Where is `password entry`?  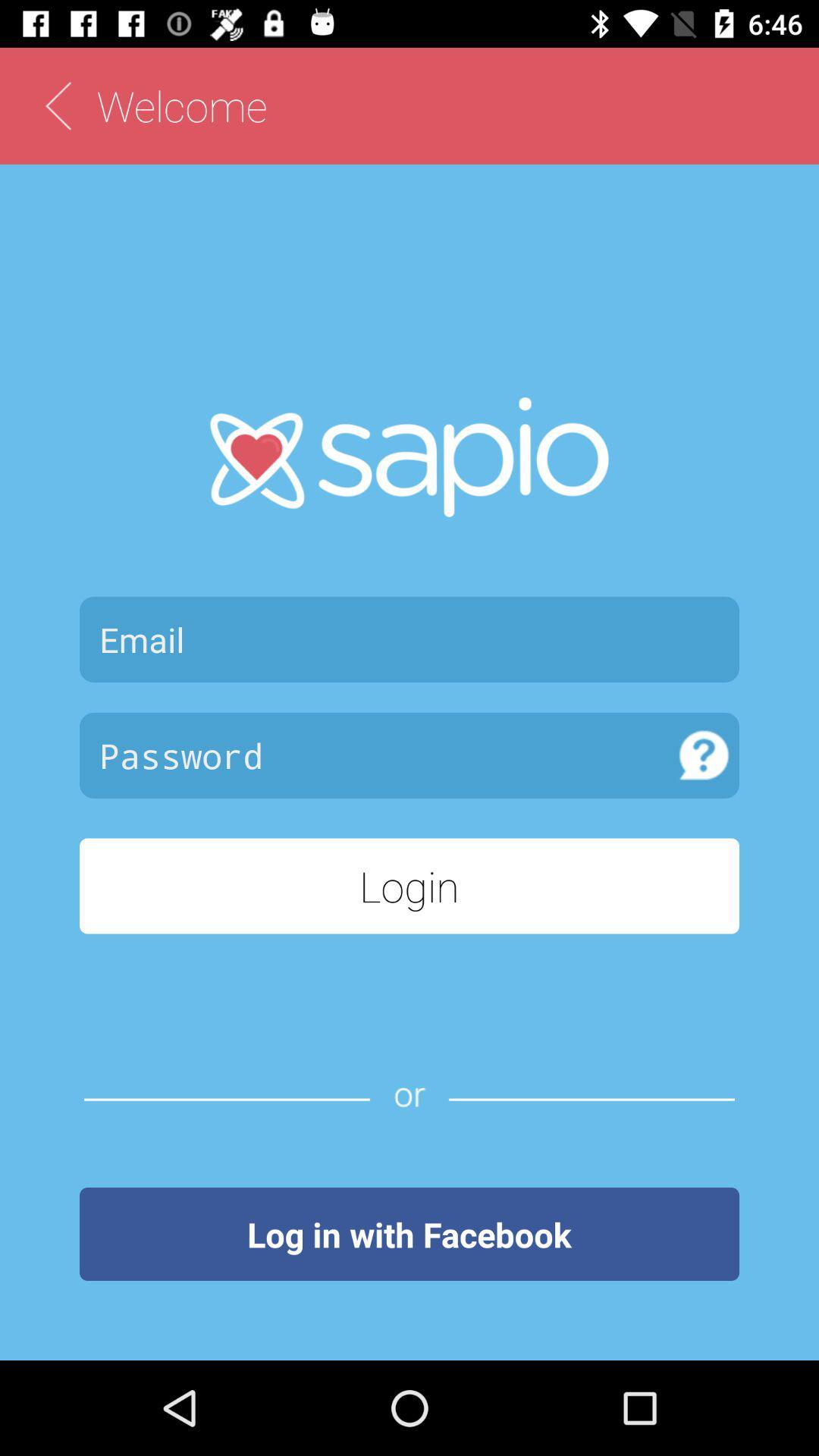 password entry is located at coordinates (374, 755).